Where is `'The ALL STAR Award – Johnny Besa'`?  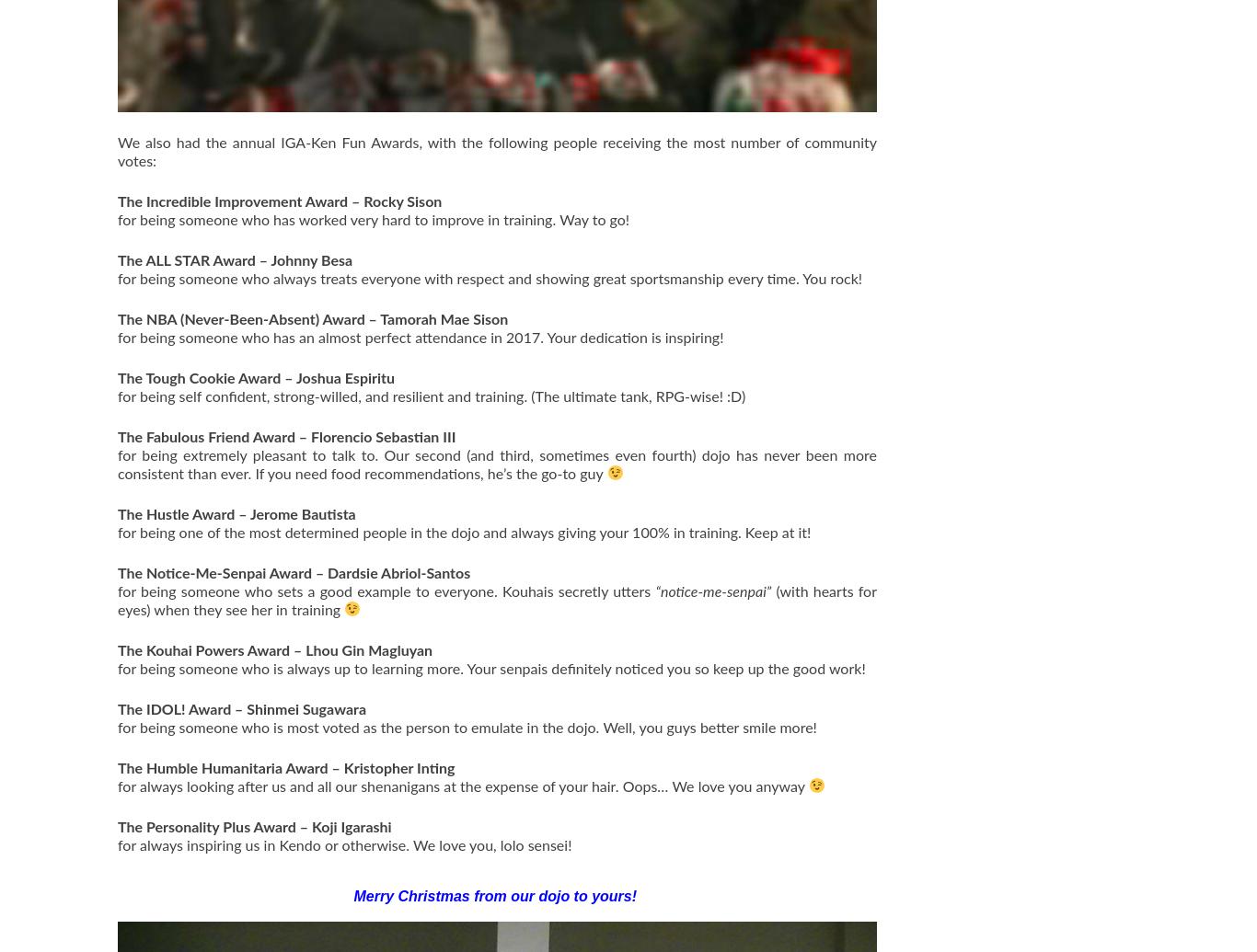
'The ALL STAR Award – Johnny Besa' is located at coordinates (235, 259).